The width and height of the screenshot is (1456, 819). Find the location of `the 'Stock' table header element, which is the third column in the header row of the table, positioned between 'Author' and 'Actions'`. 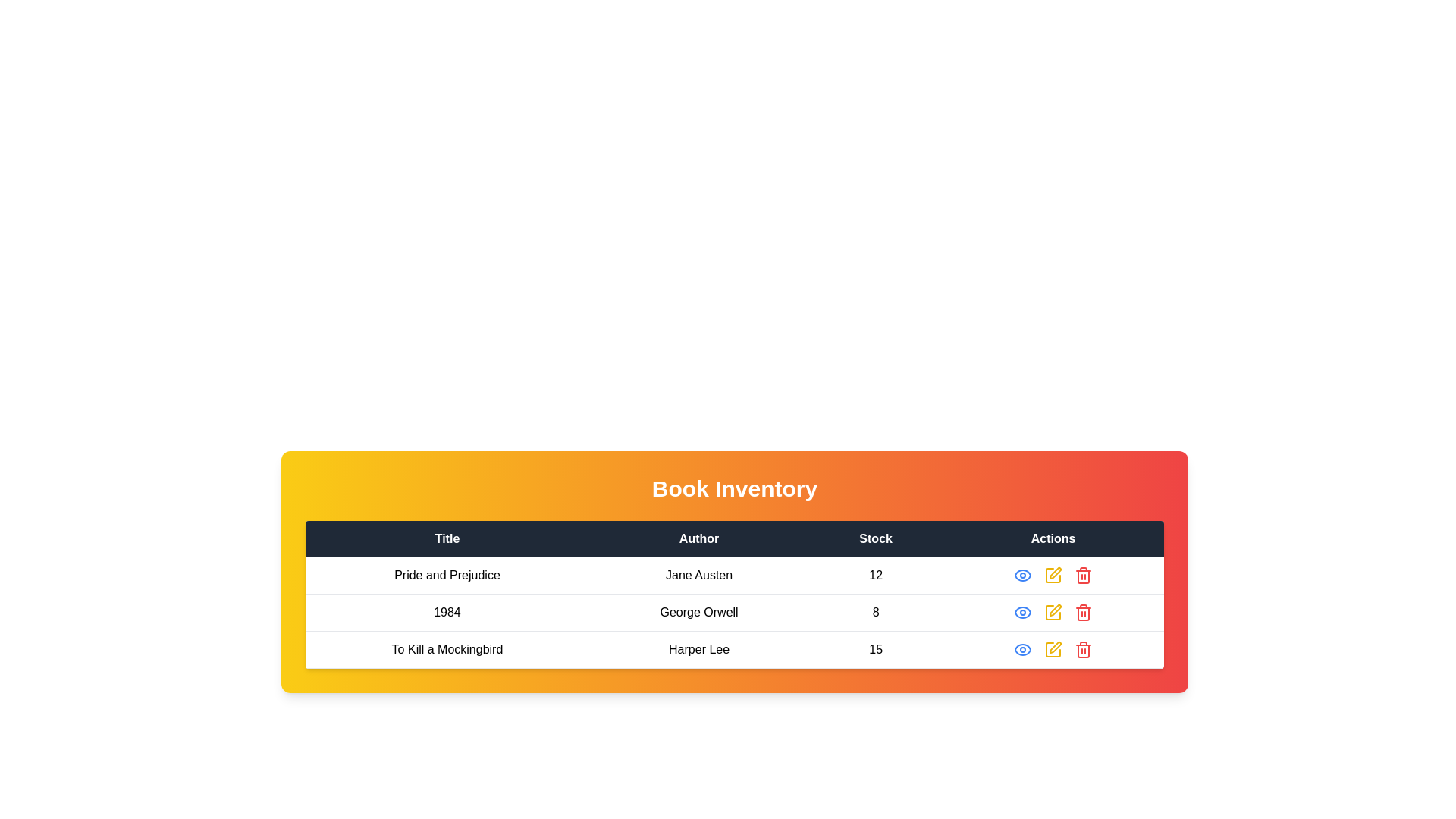

the 'Stock' table header element, which is the third column in the header row of the table, positioned between 'Author' and 'Actions' is located at coordinates (876, 538).